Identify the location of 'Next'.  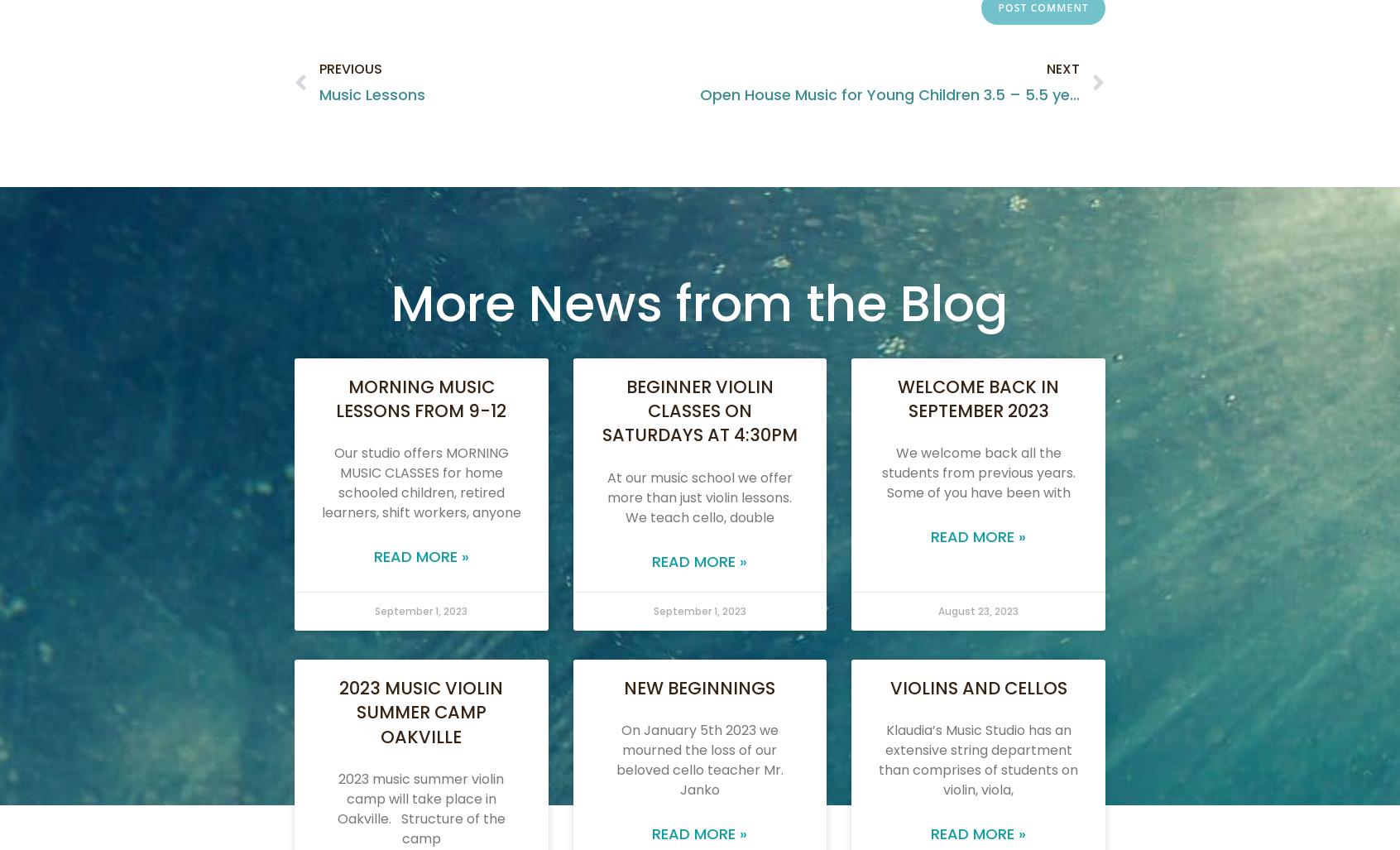
(1062, 68).